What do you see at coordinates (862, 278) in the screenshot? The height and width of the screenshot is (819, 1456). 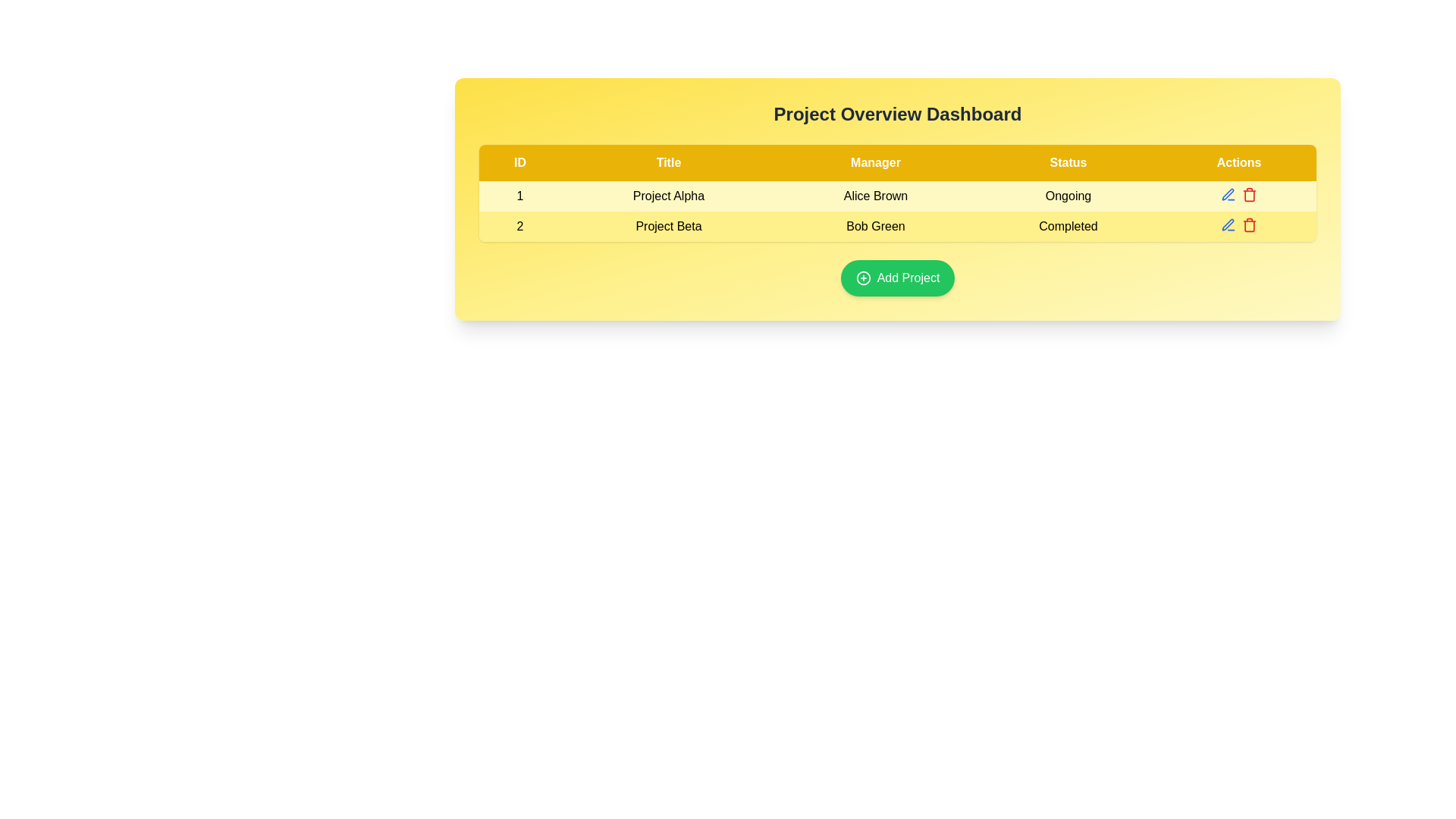 I see `the icon located within the green 'Add Project' button, which represents the addition of a new project` at bounding box center [862, 278].